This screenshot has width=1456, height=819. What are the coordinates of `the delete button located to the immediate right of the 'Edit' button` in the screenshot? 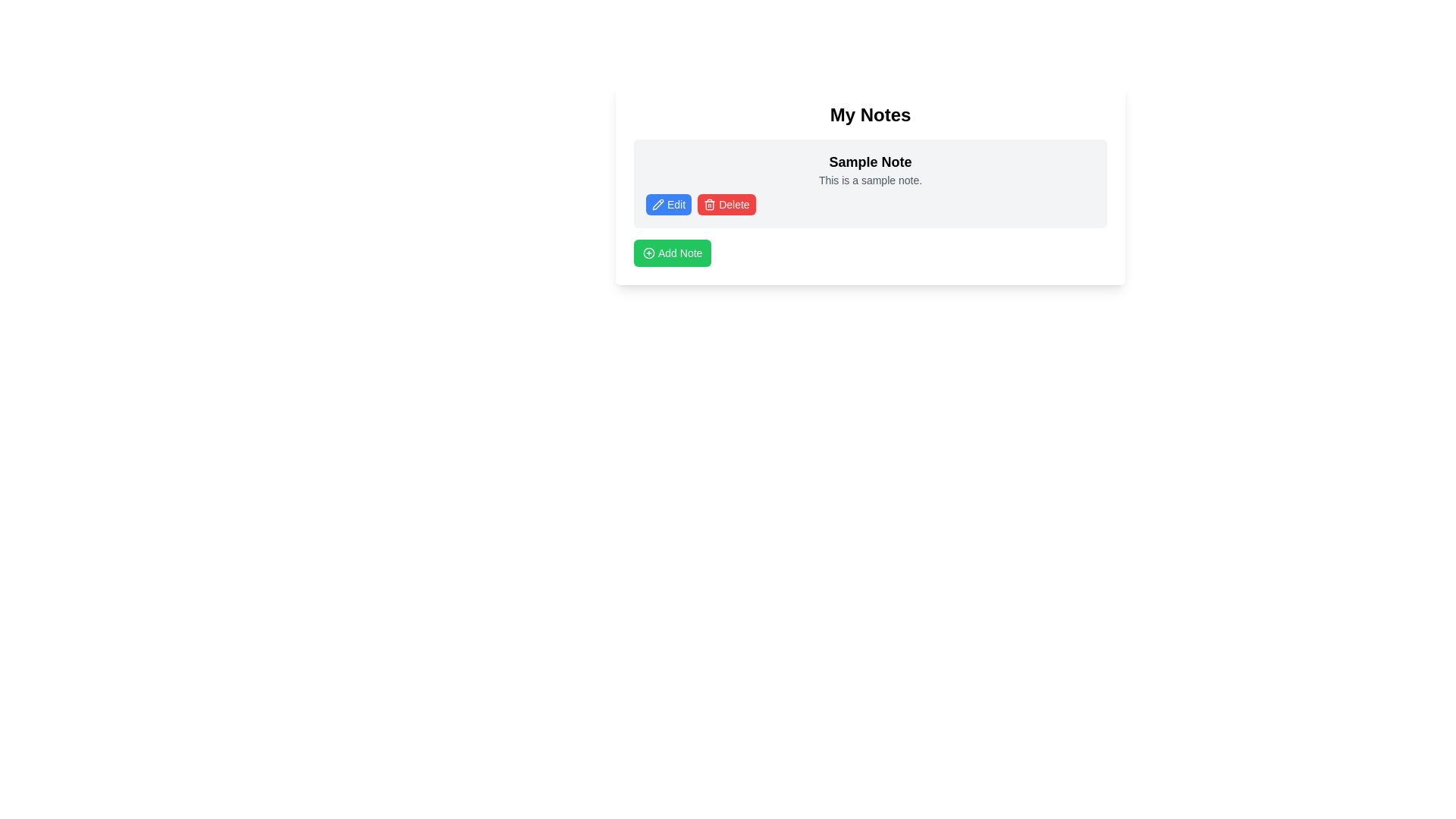 It's located at (726, 205).